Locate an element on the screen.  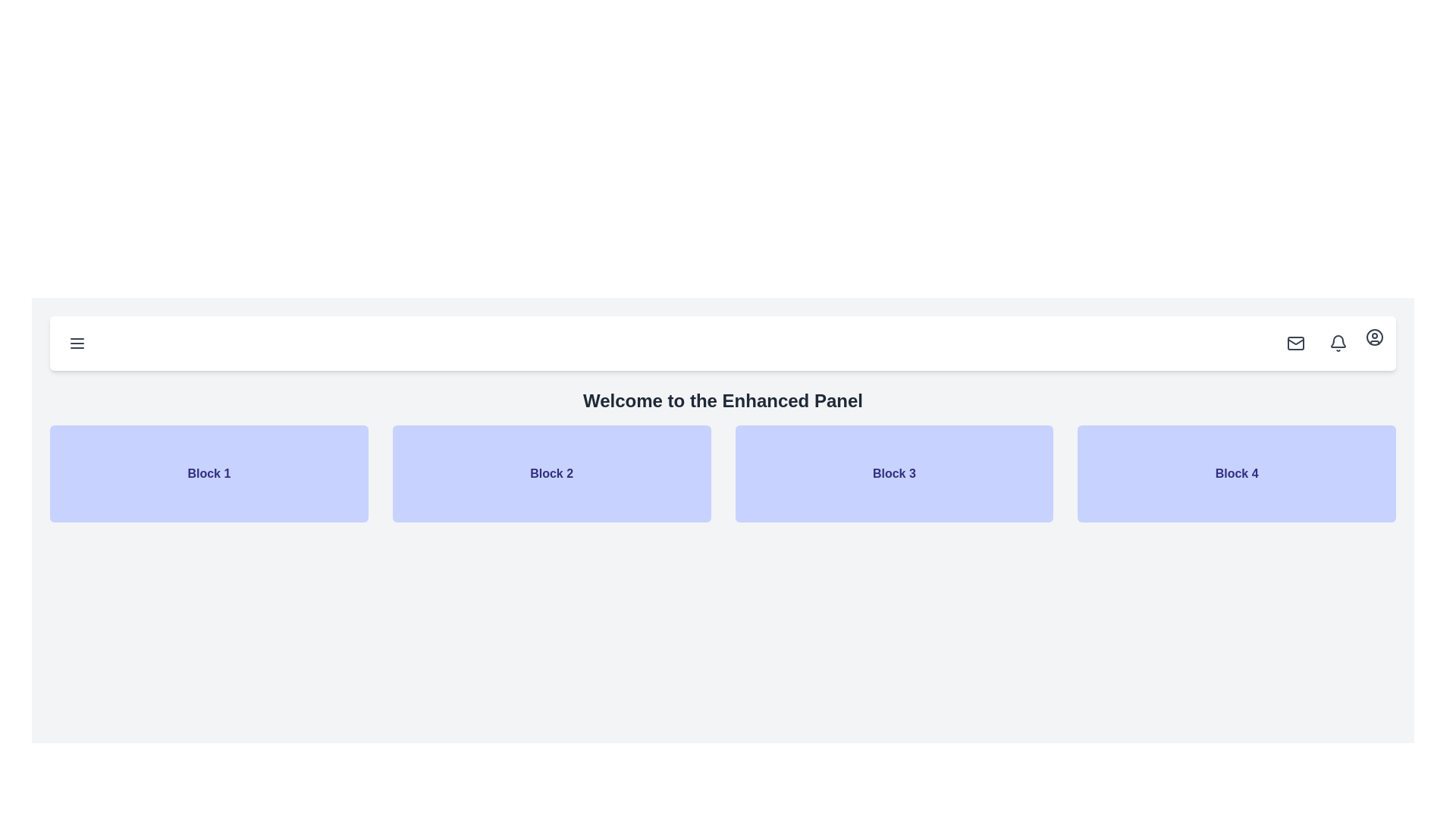
the Information display box located under the heading 'Welcome to the Enhanced Panel', which is the third box in a row of four similar-looking boxes is located at coordinates (894, 472).